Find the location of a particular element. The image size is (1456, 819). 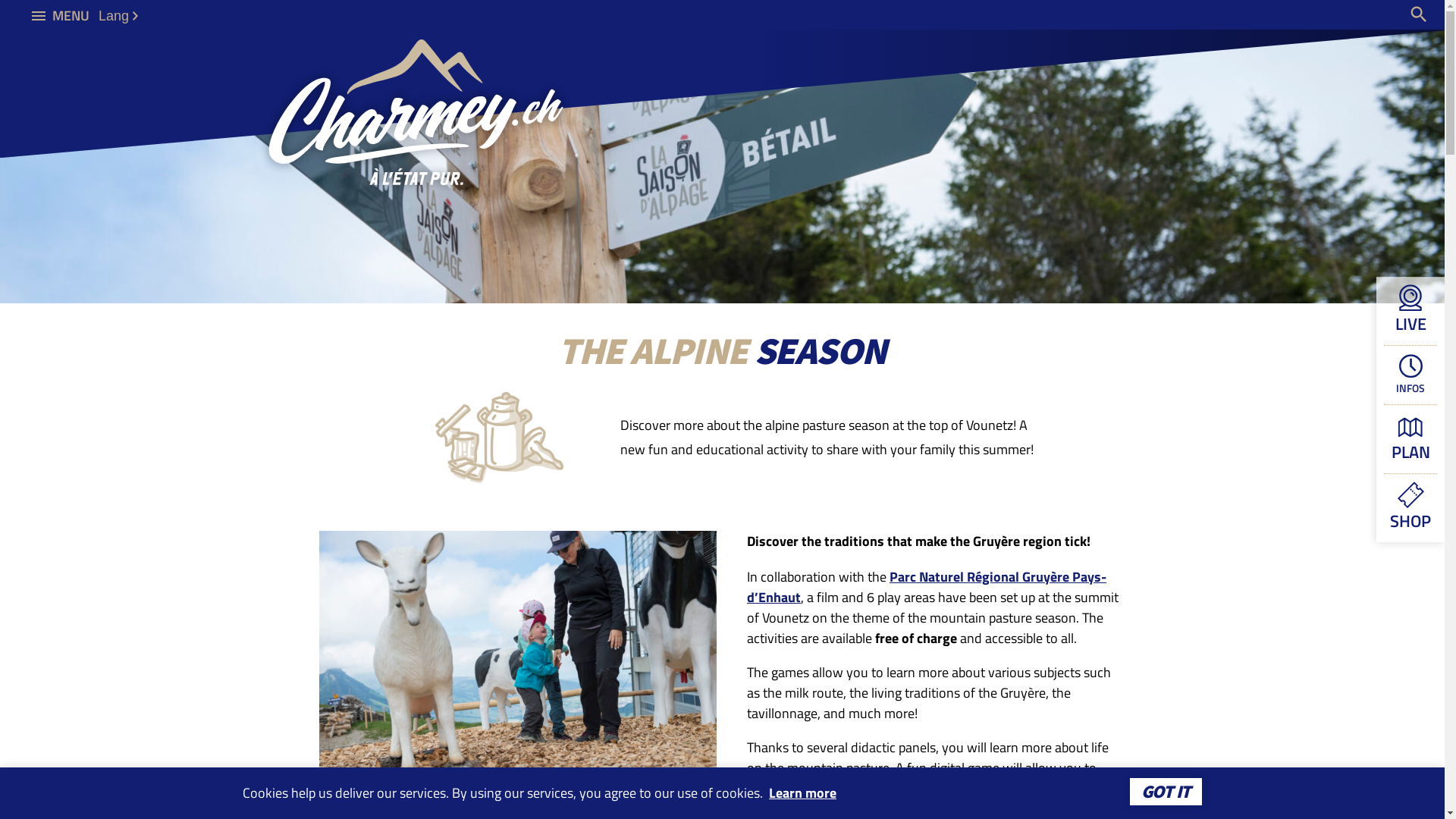

'MENU' is located at coordinates (61, 14).